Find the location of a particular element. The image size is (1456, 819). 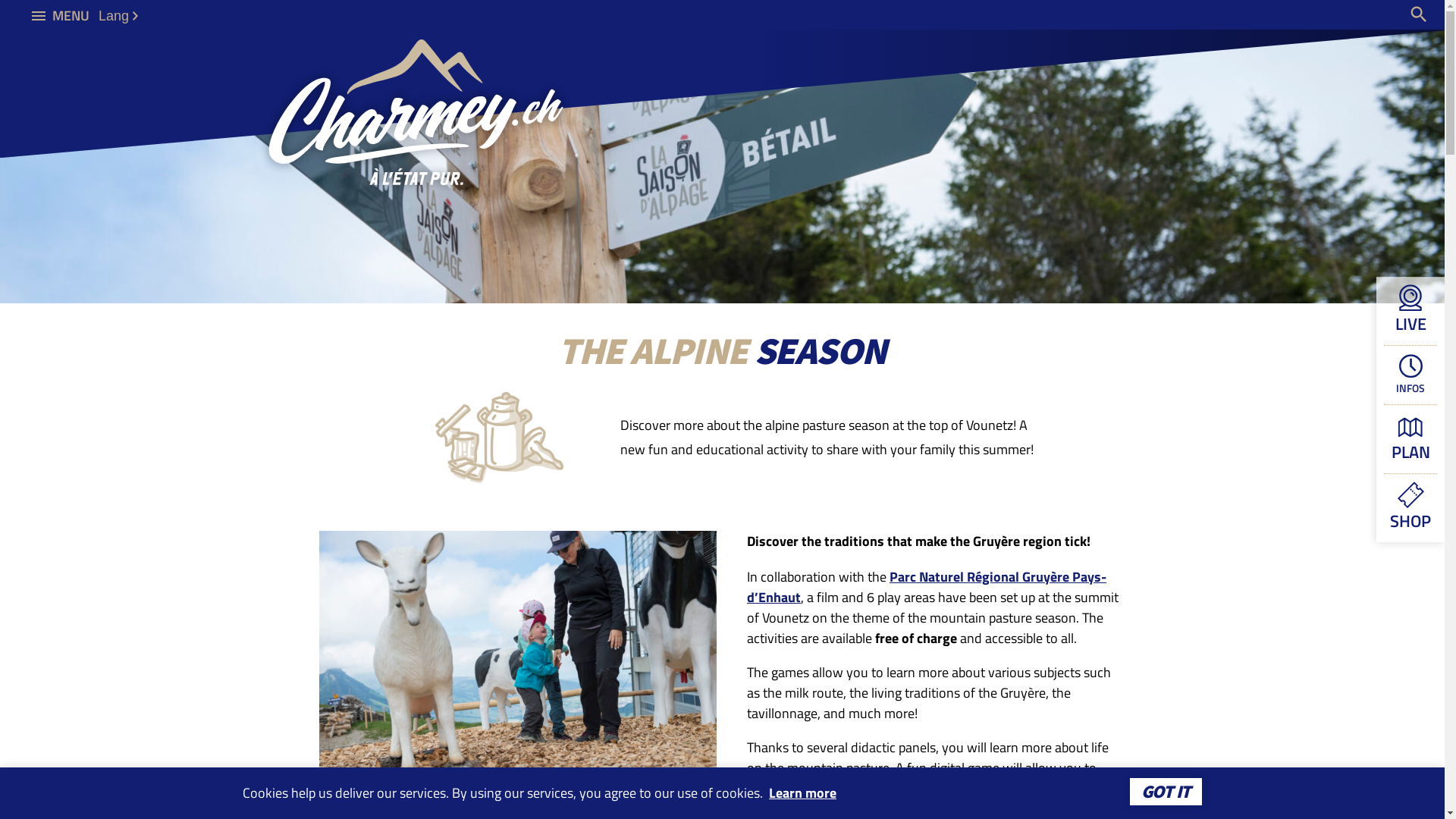

'MENU' is located at coordinates (61, 14).